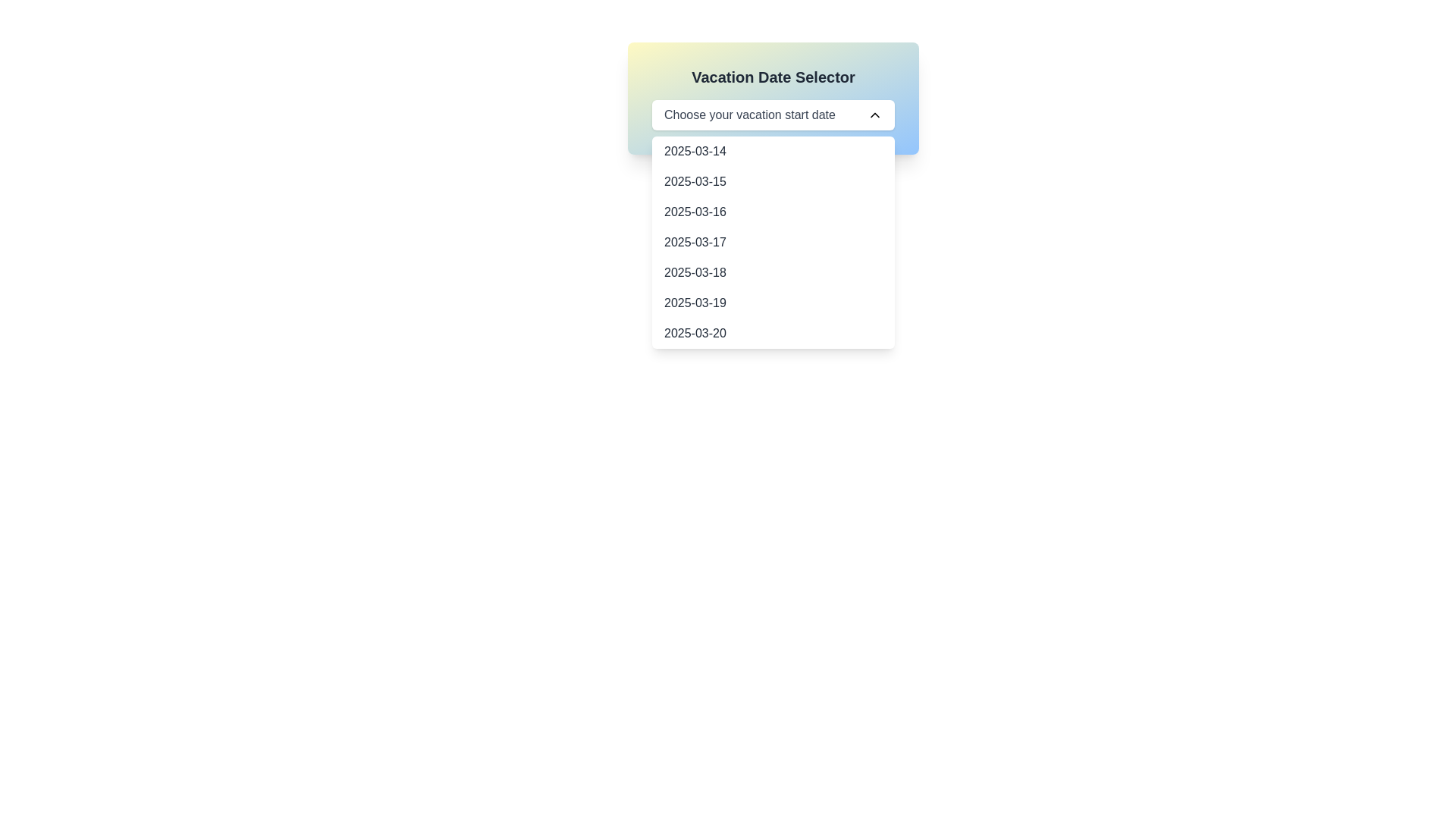  I want to click on the dropdown menu trigger button labeled 'Choose your vacation start date', so click(773, 114).